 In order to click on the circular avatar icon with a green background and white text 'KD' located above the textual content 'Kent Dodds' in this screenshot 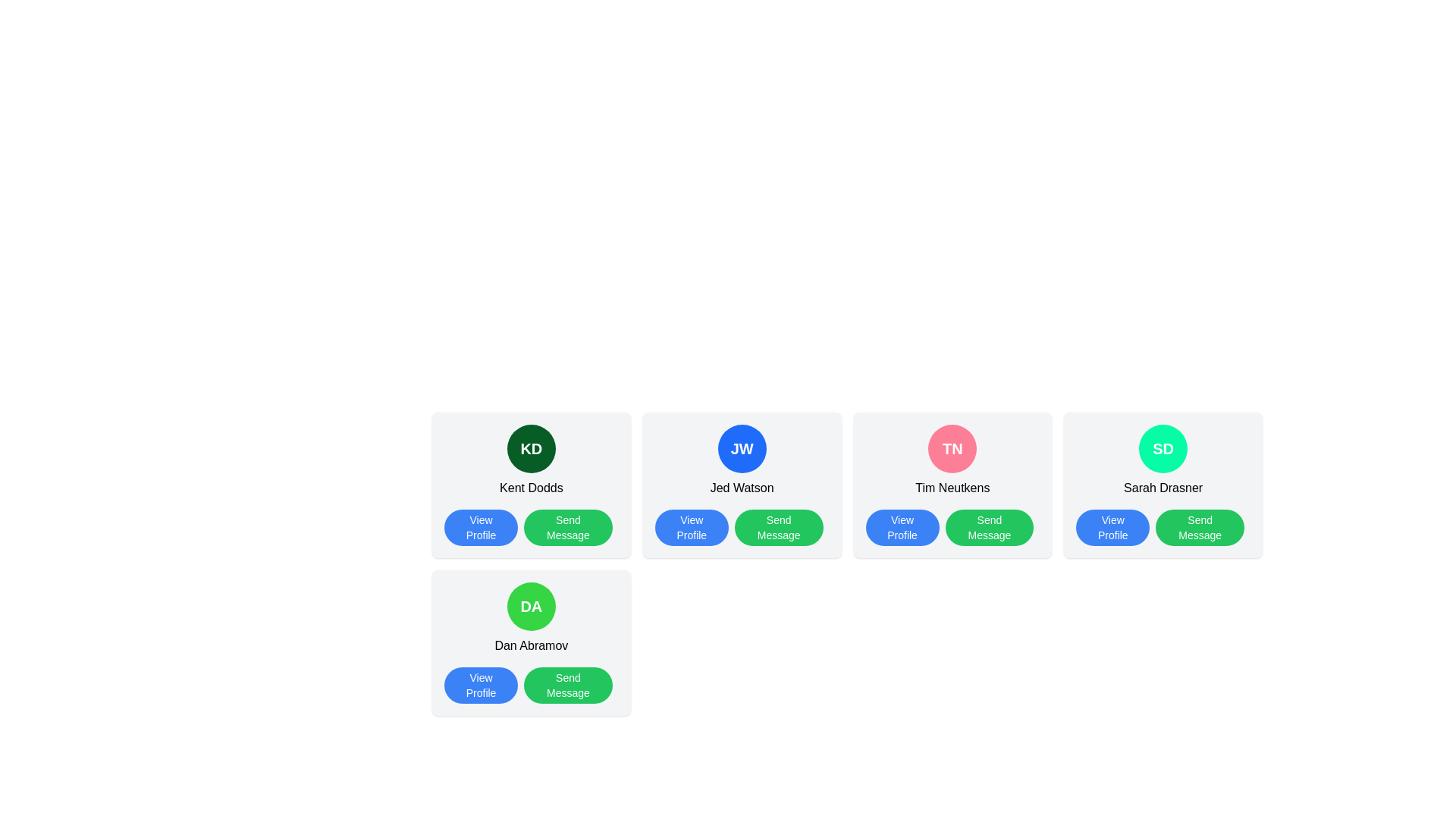, I will do `click(531, 447)`.